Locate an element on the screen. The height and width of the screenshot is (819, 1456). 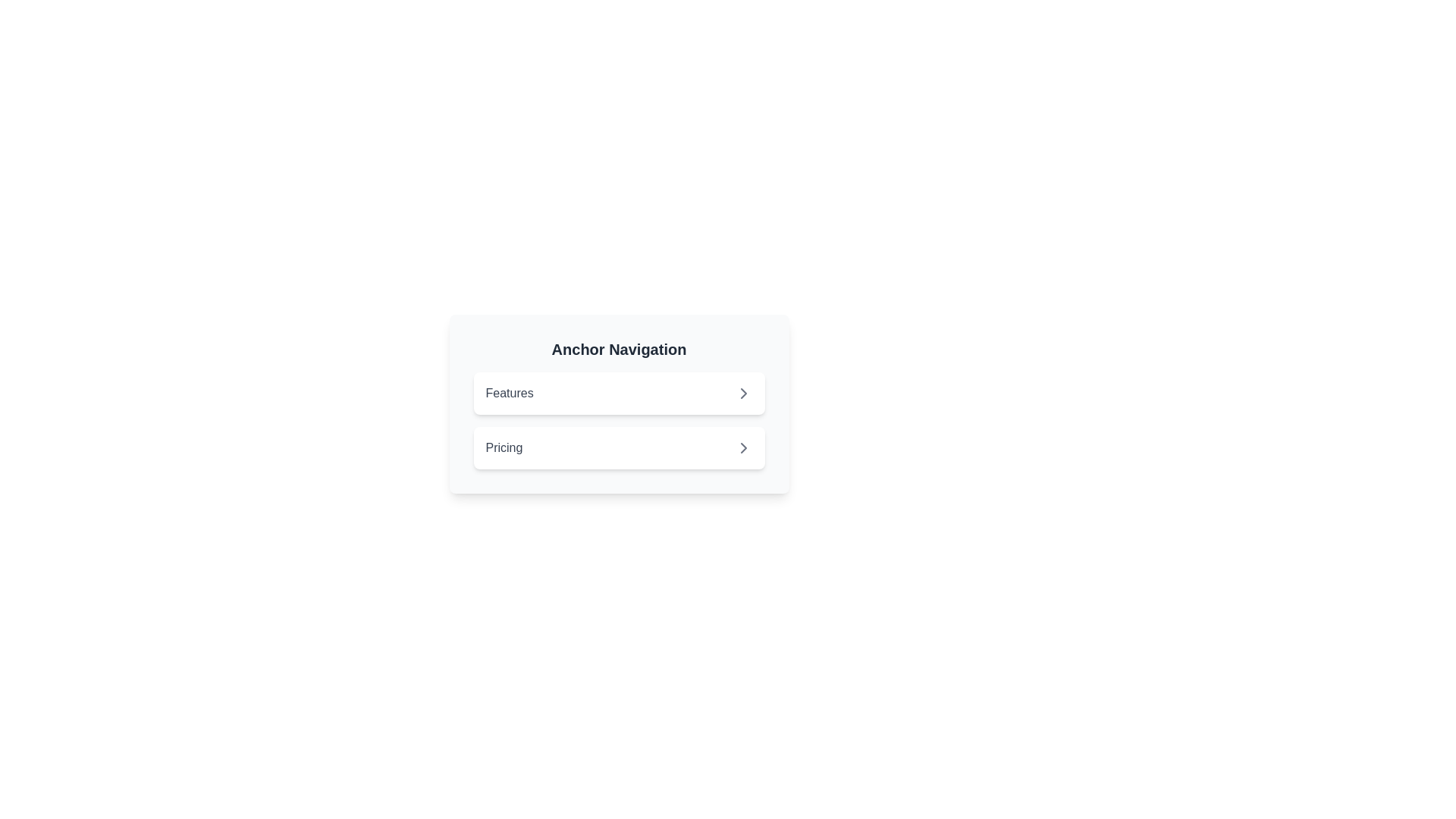
the arrow icon located on the right side of the 'Pricing' row is located at coordinates (743, 447).